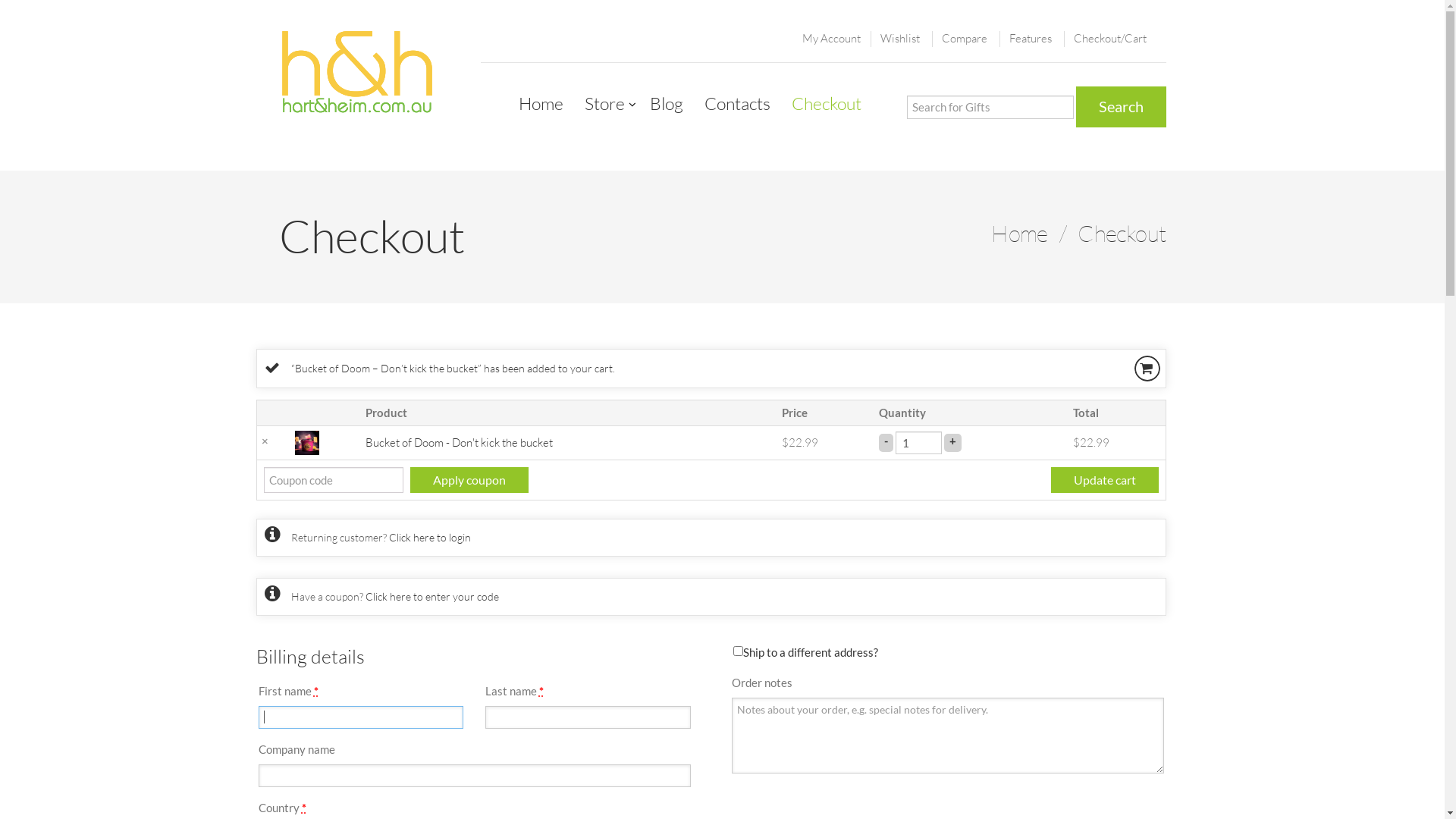  I want to click on '+', so click(952, 441).